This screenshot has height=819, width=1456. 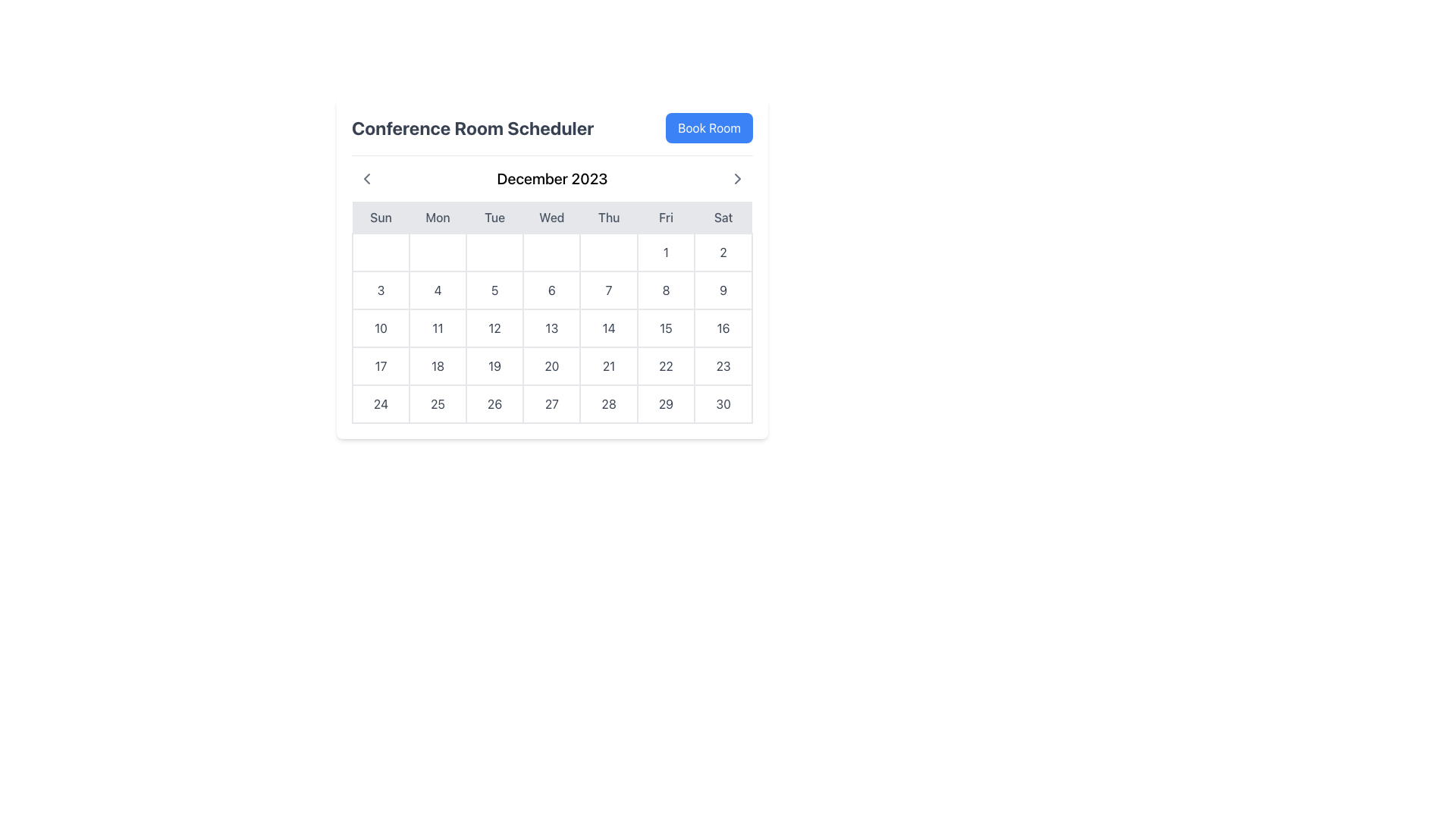 What do you see at coordinates (609, 366) in the screenshot?
I see `the square button labeled '21' in the calendar grid for December 2023, located under the header 'Thu'` at bounding box center [609, 366].